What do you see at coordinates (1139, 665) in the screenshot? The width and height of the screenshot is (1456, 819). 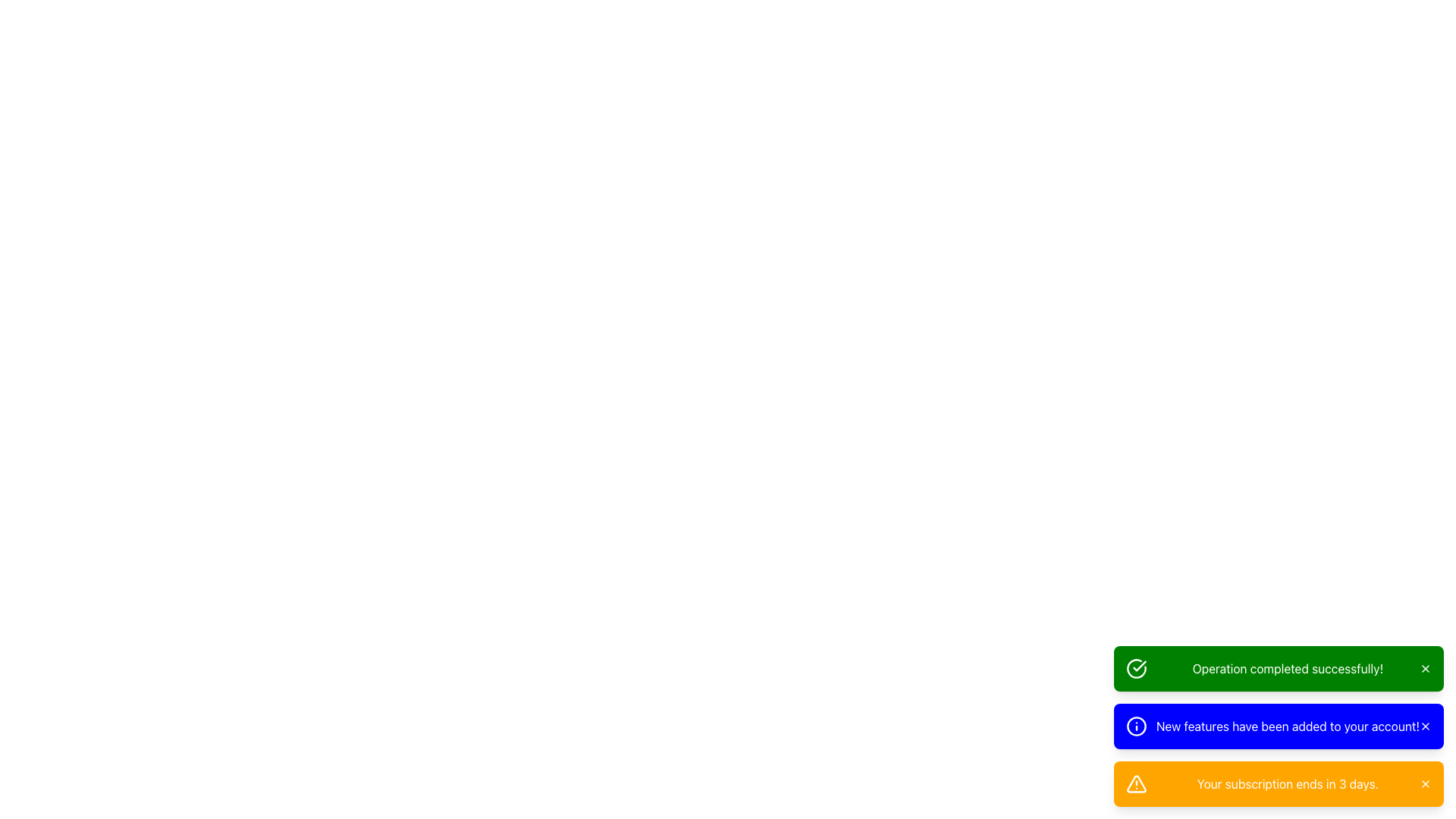 I see `the check mark icon within the green button, which indicates a successful operation` at bounding box center [1139, 665].